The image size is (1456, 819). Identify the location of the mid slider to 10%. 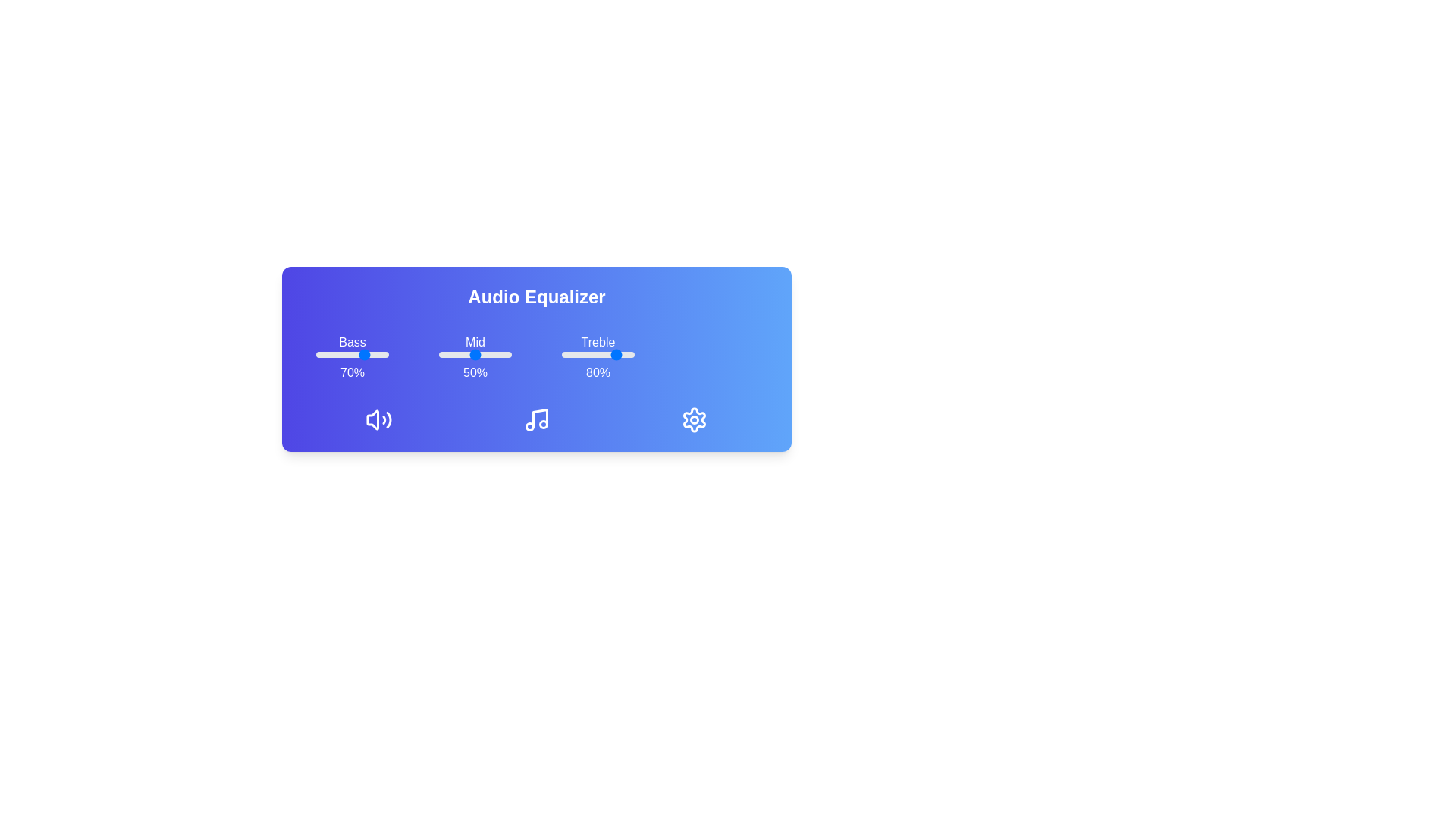
(445, 354).